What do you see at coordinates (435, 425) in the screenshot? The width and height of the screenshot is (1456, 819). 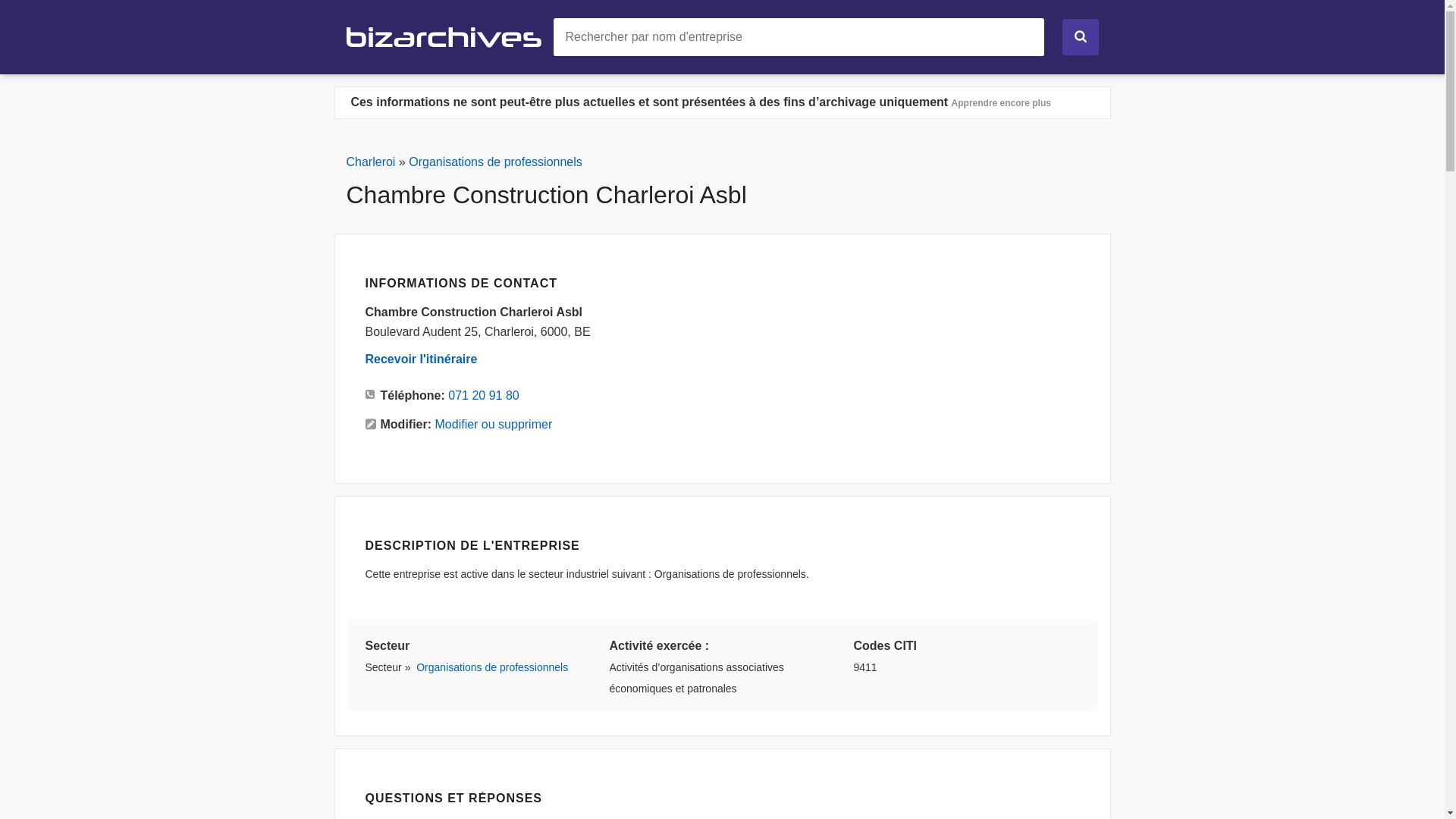 I see `'Modifier ou supprimer'` at bounding box center [435, 425].